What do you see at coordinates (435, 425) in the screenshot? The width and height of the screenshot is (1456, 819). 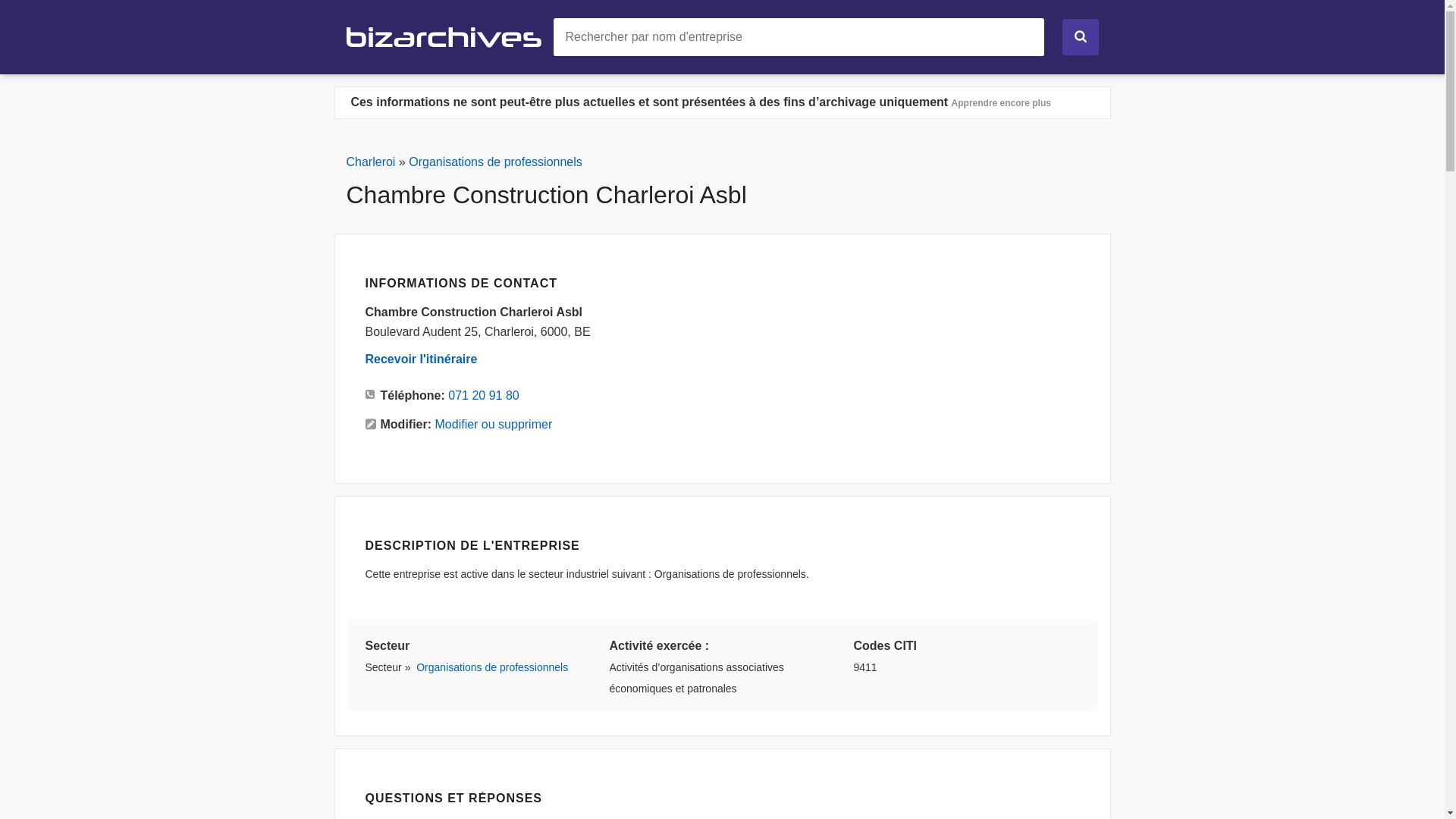 I see `'Modifier ou supprimer'` at bounding box center [435, 425].